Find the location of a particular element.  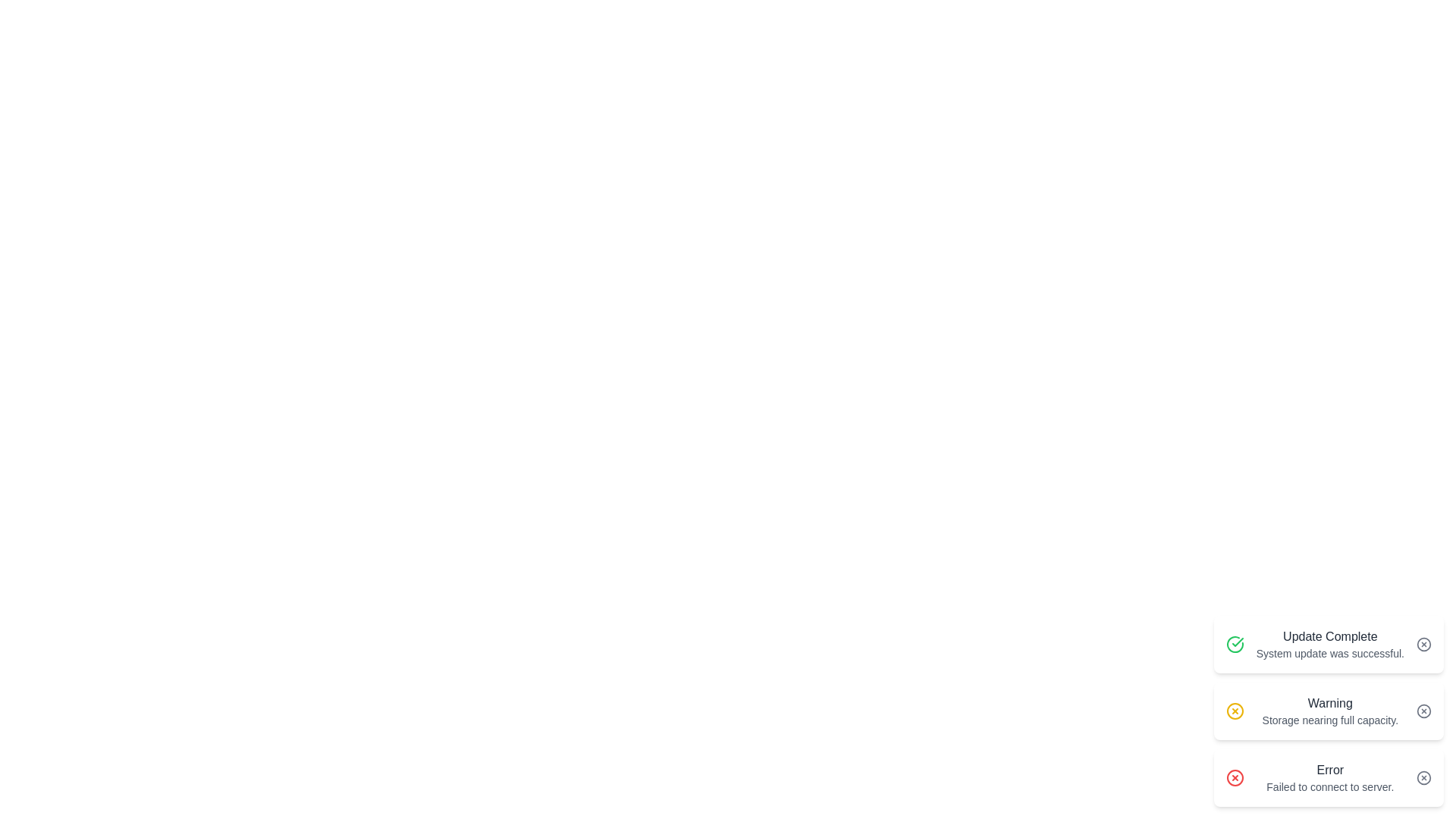

the second notification box which contains a yellow circular icon with an exclamation mark, title 'Warning', and subtitle 'Storage nearing full capacity' is located at coordinates (1328, 711).